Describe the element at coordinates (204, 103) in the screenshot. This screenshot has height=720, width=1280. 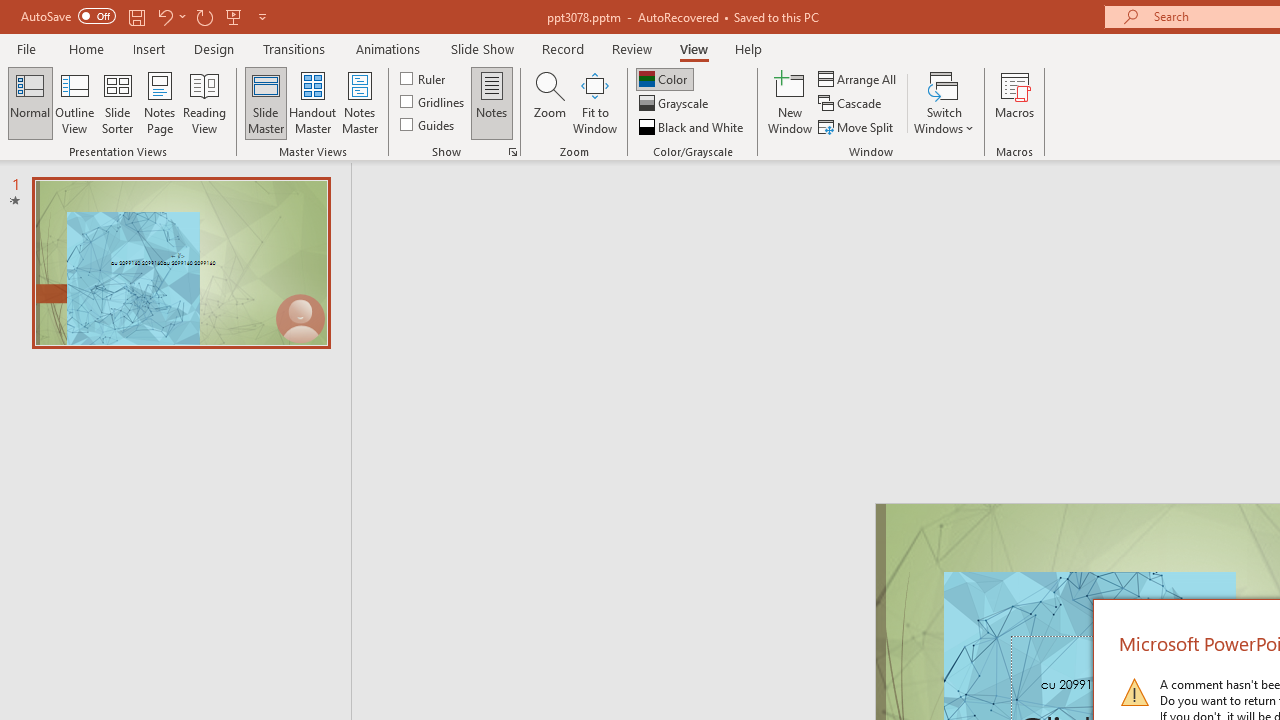
I see `'Reading View'` at that location.